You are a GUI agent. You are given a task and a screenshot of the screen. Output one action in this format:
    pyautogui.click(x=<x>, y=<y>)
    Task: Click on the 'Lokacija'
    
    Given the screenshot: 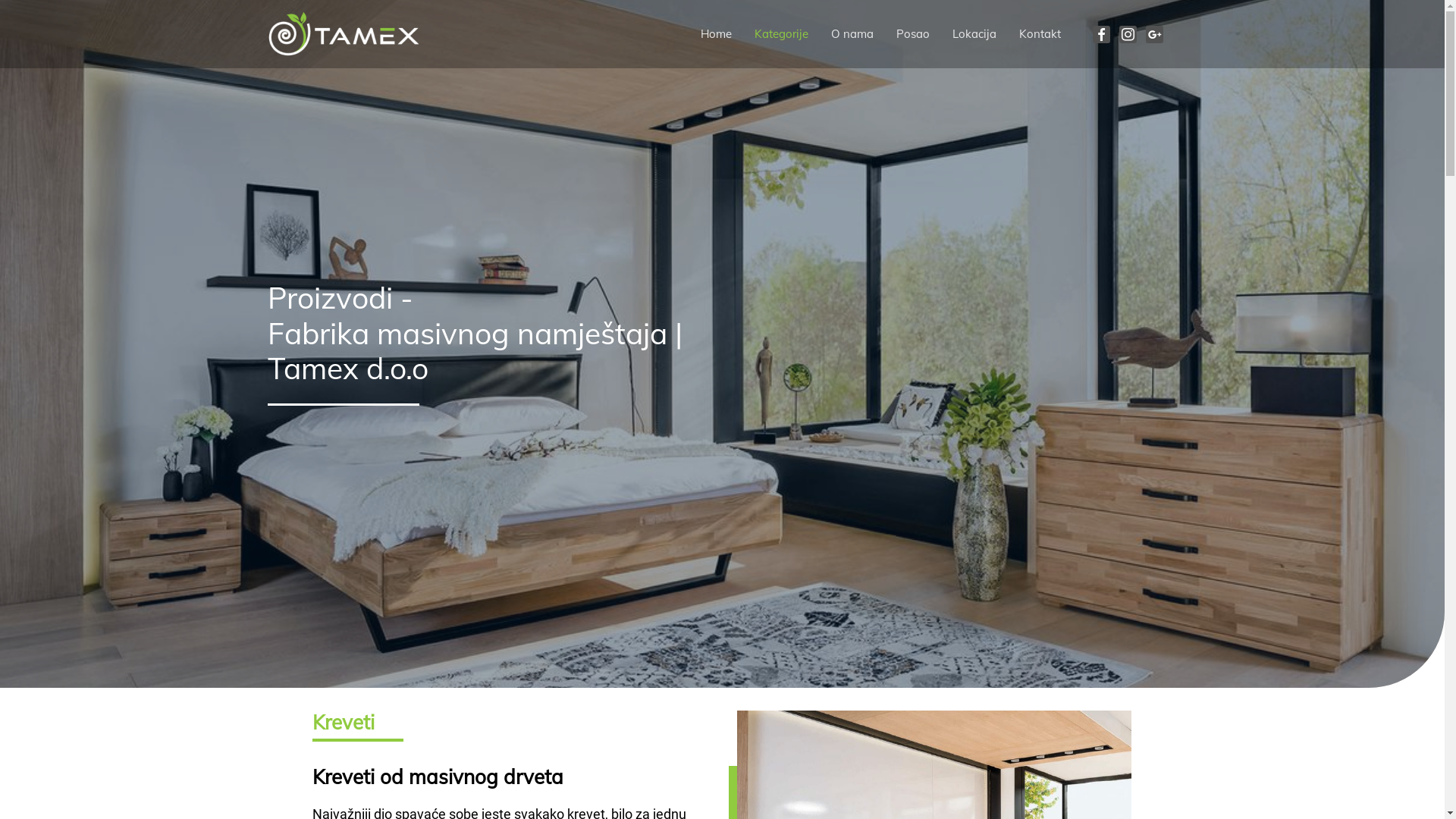 What is the action you would take?
    pyautogui.click(x=974, y=34)
    